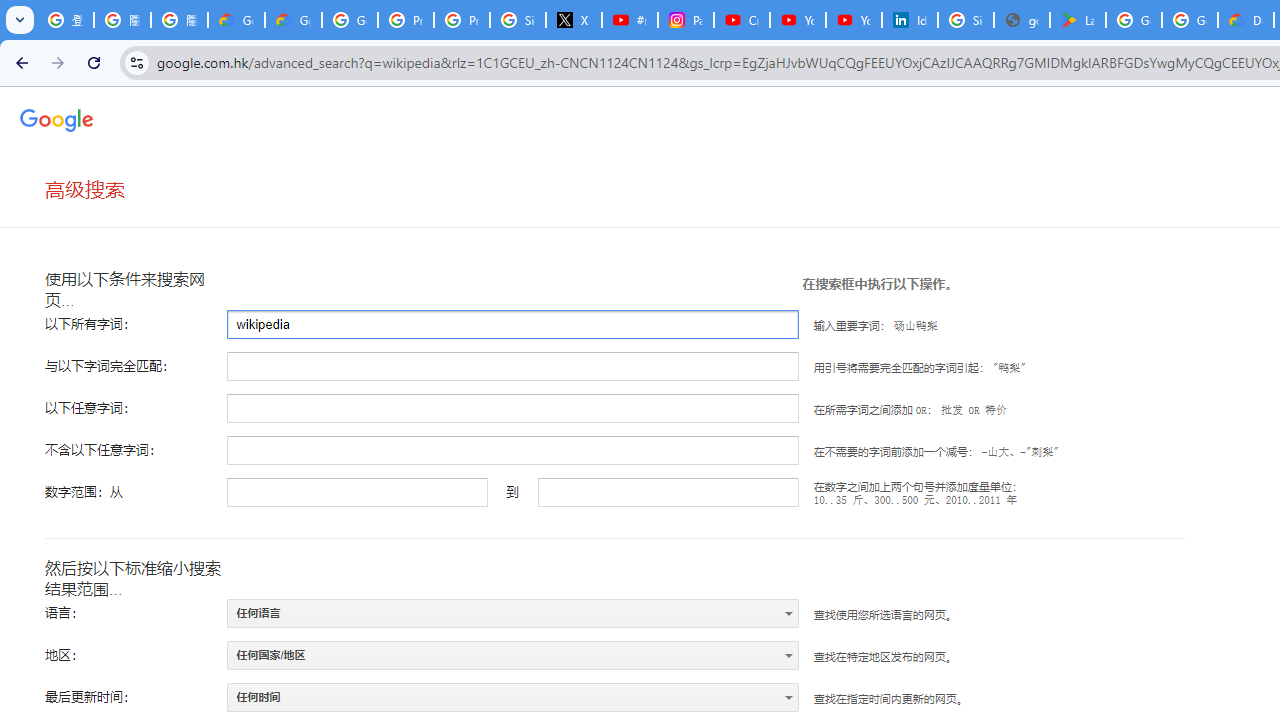  Describe the element at coordinates (966, 20) in the screenshot. I see `'Sign in - Google Accounts'` at that location.